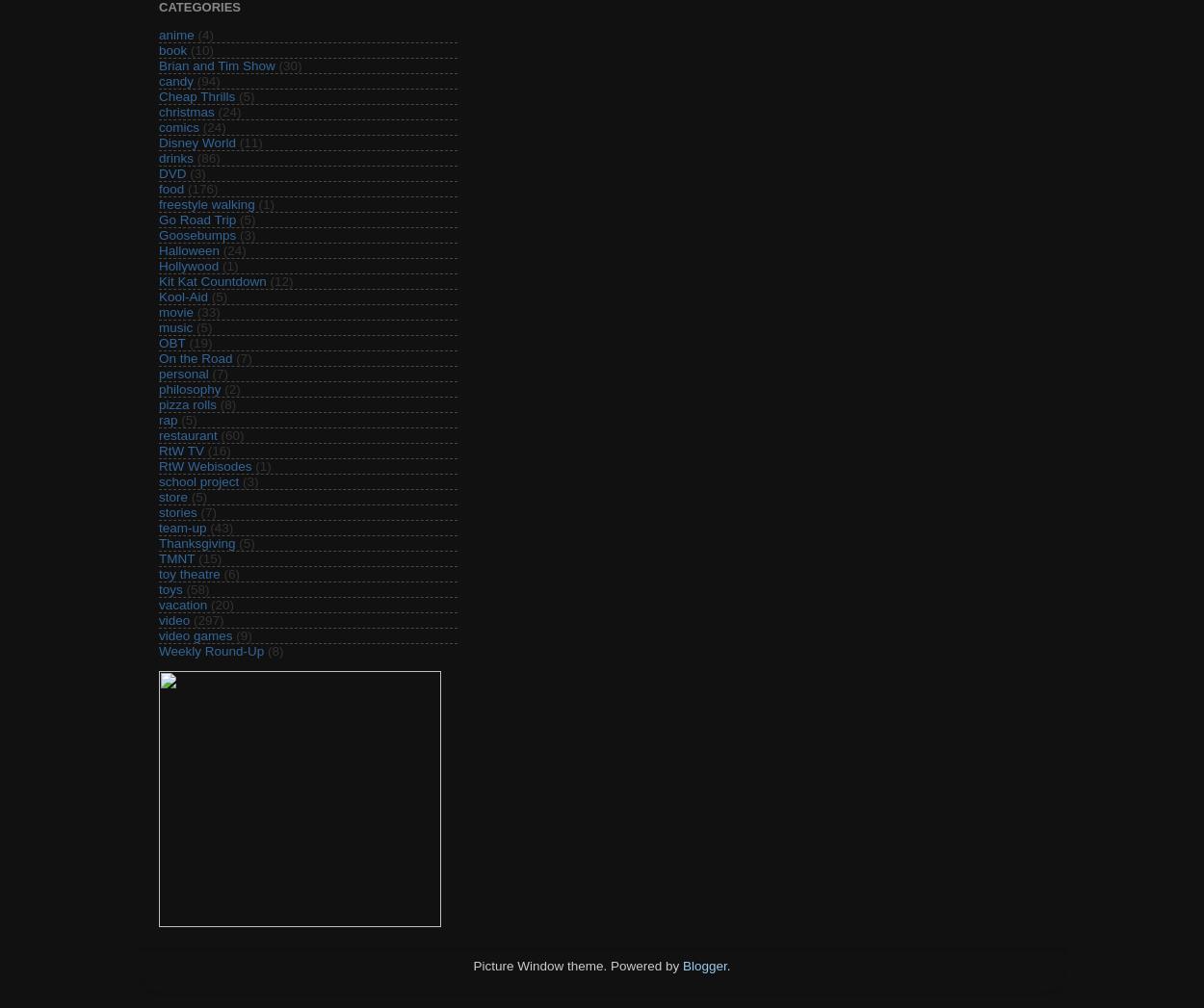 The image size is (1204, 1008). What do you see at coordinates (189, 387) in the screenshot?
I see `'philosophy'` at bounding box center [189, 387].